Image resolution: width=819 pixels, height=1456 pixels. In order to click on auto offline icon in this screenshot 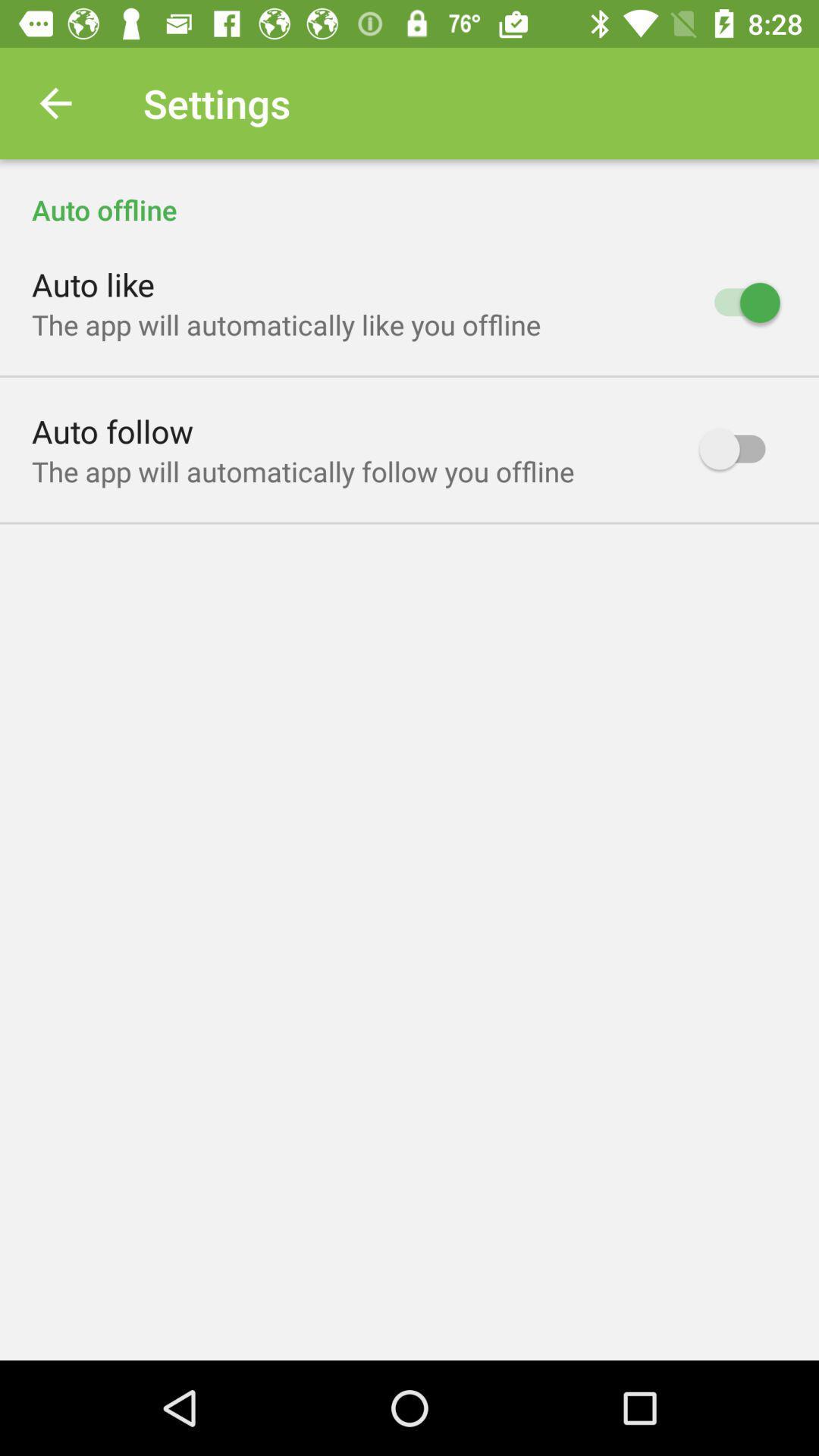, I will do `click(409, 193)`.